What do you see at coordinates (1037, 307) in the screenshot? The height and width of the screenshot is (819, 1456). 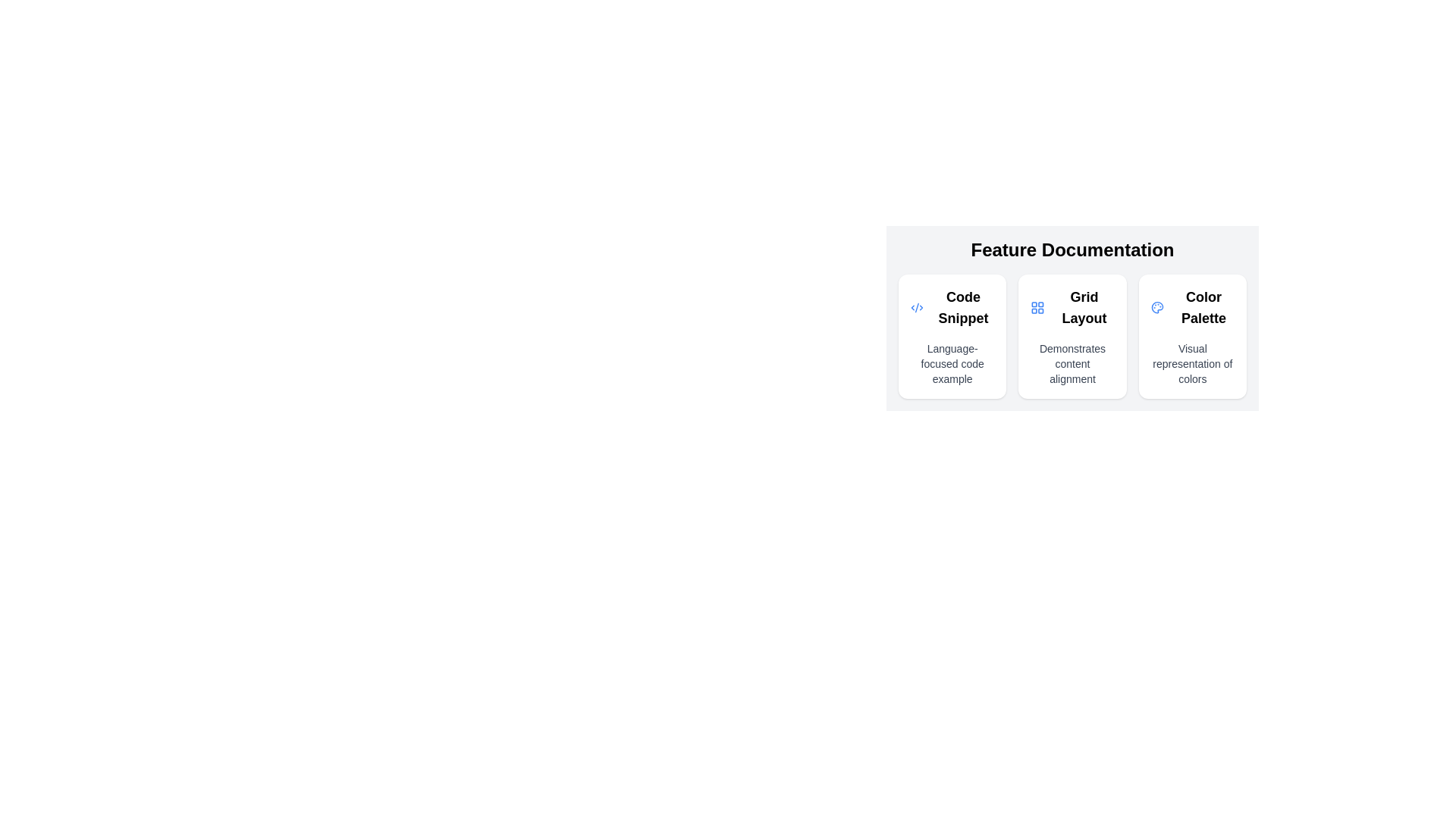 I see `the grid icon element, which consists of four rounded rectangles arranged in a 2x2 grid layout and is located to the left of the text label 'Grid Layout'` at bounding box center [1037, 307].